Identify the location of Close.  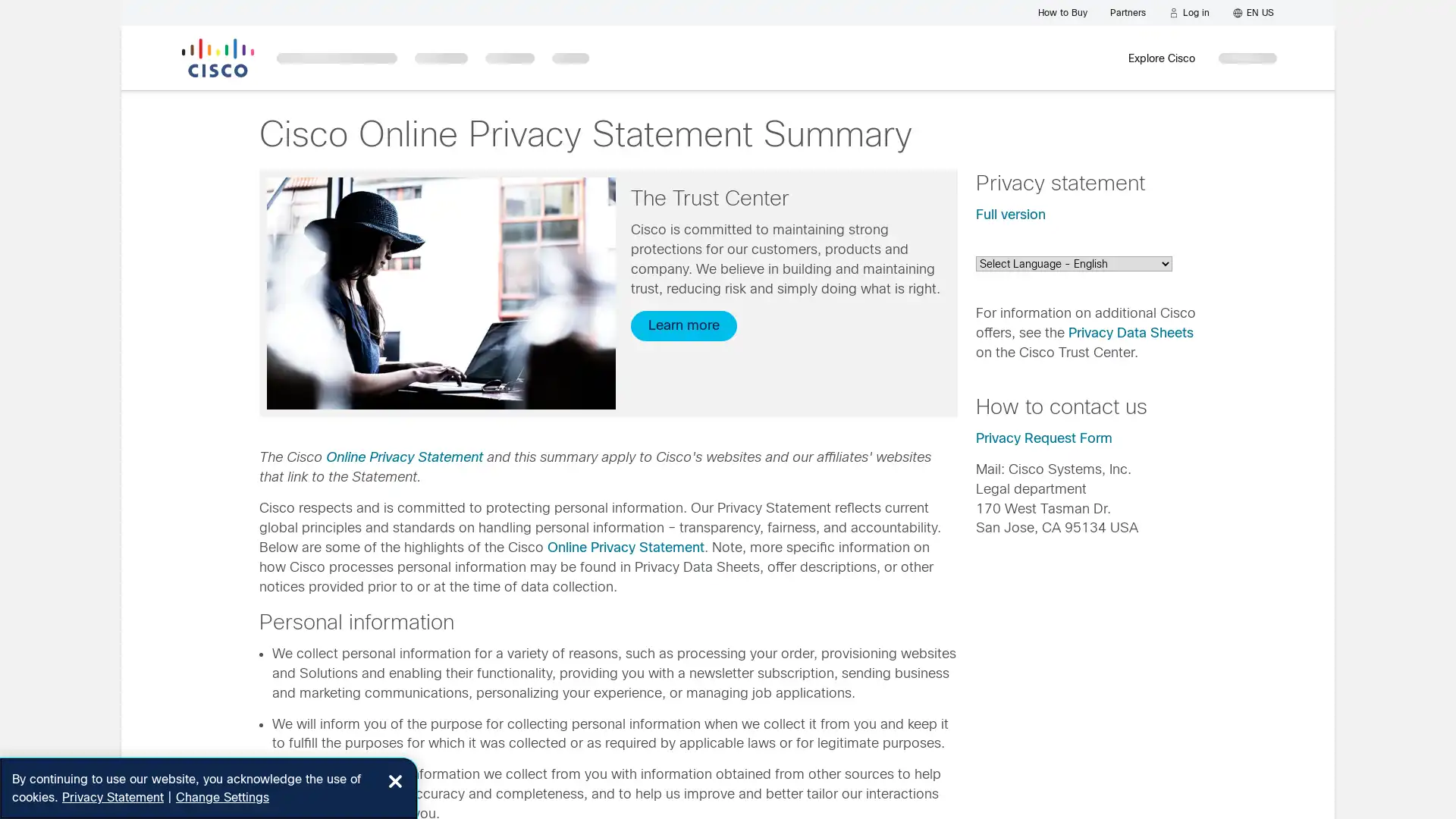
(395, 780).